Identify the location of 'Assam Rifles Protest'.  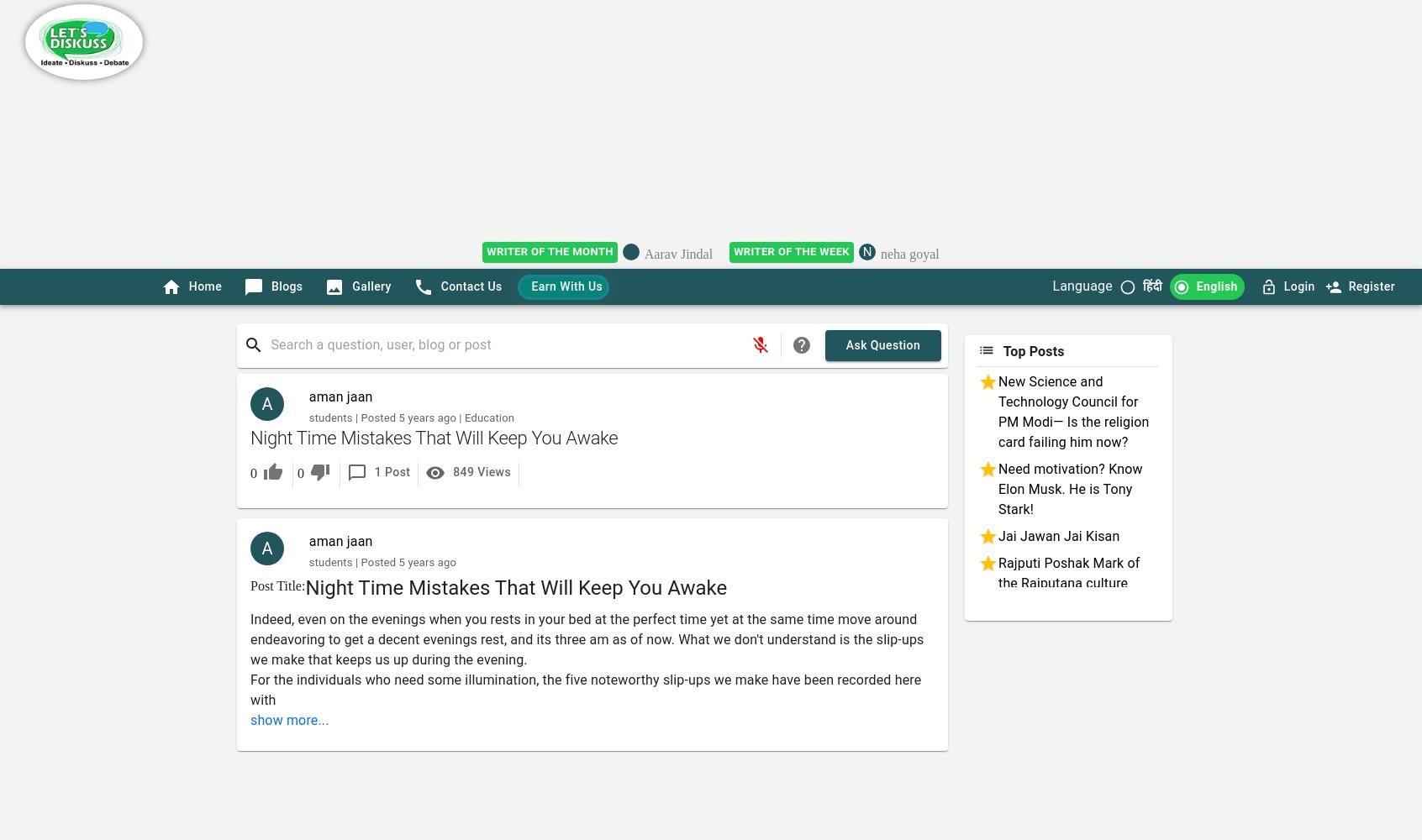
(1061, 751).